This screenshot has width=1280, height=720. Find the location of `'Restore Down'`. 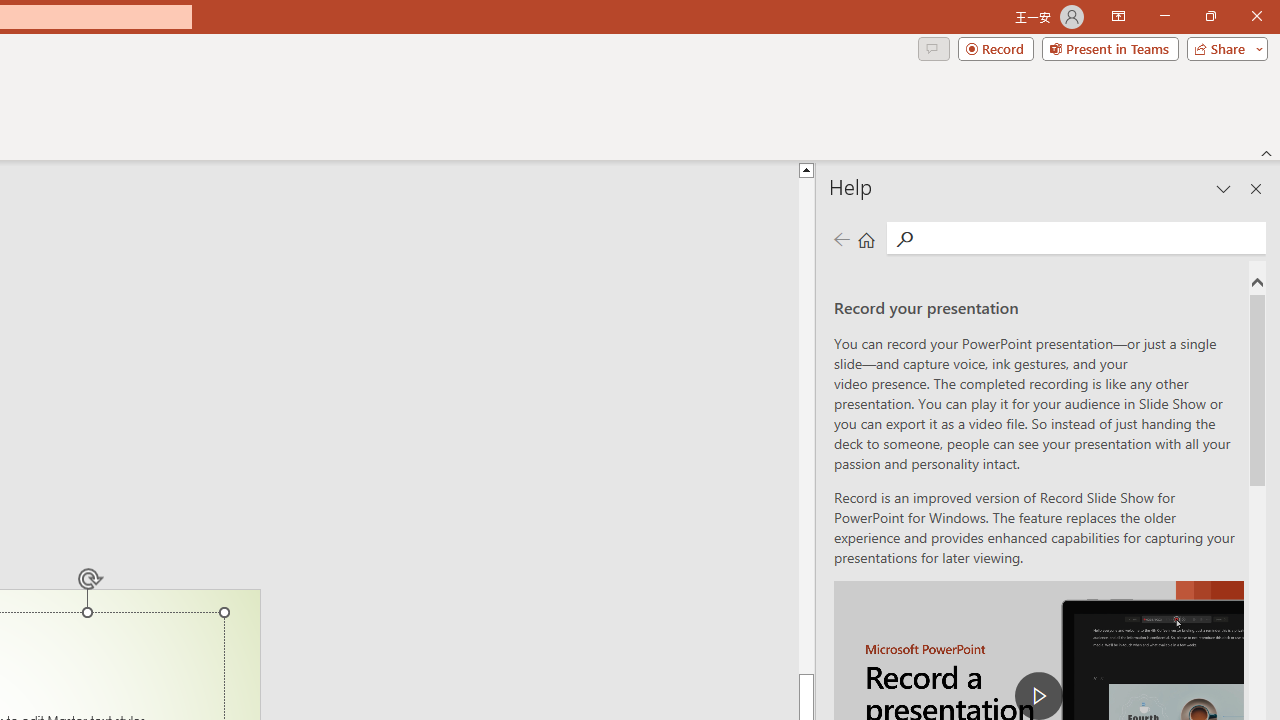

'Restore Down' is located at coordinates (1209, 16).